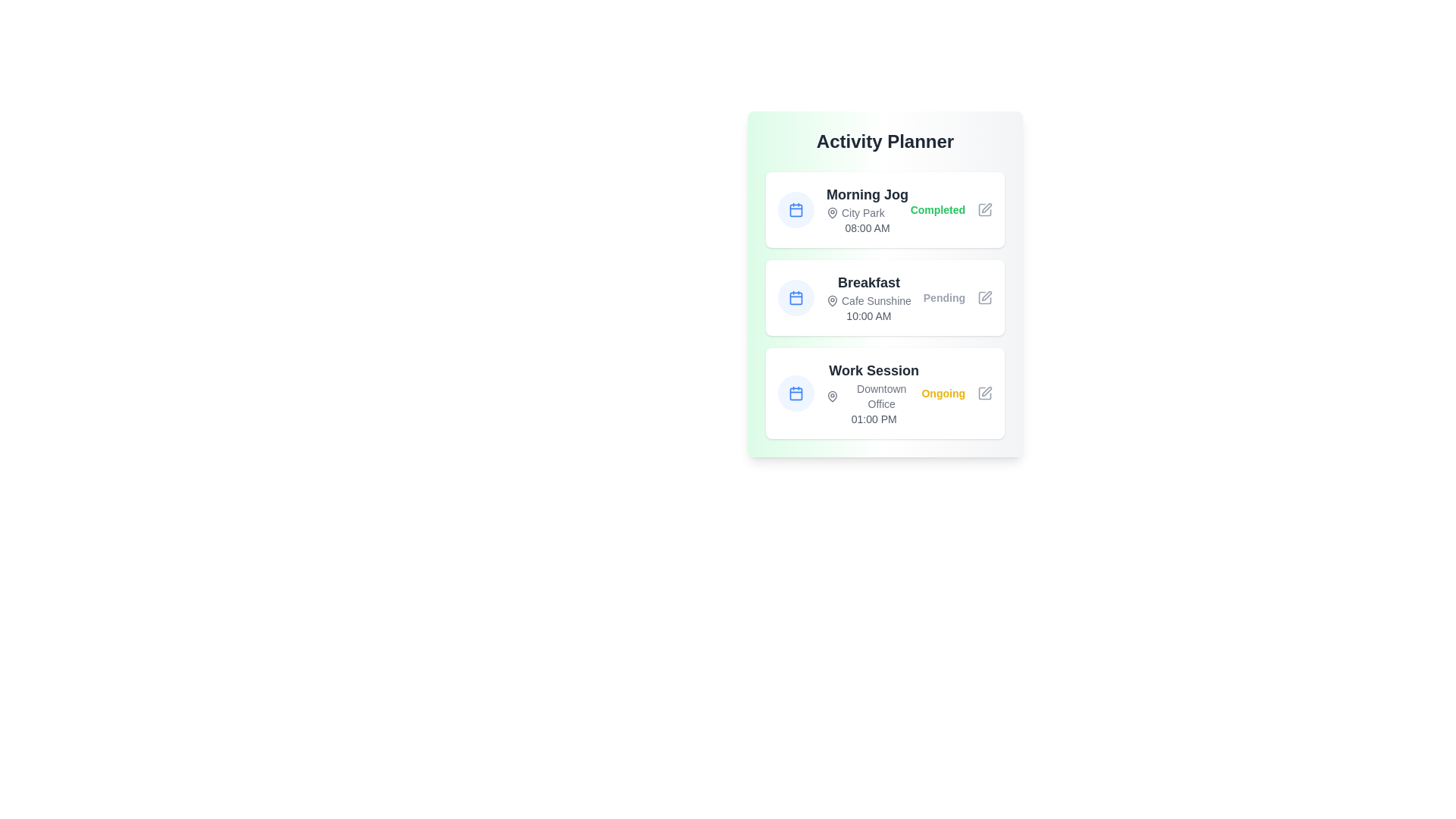 This screenshot has width=1456, height=819. Describe the element at coordinates (885, 284) in the screenshot. I see `the status of tasks displayed in the stacked task cards, which include completed, pending, and ongoing tasks` at that location.